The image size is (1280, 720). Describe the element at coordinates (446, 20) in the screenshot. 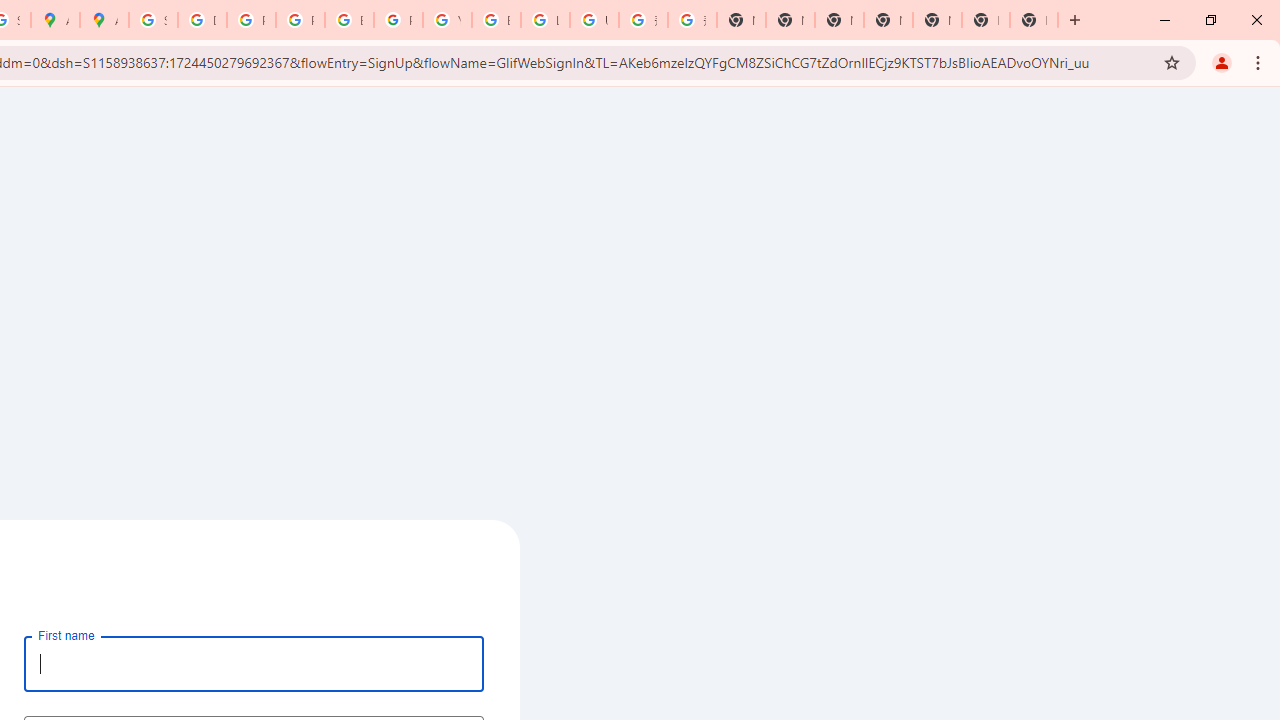

I see `'YouTube'` at that location.